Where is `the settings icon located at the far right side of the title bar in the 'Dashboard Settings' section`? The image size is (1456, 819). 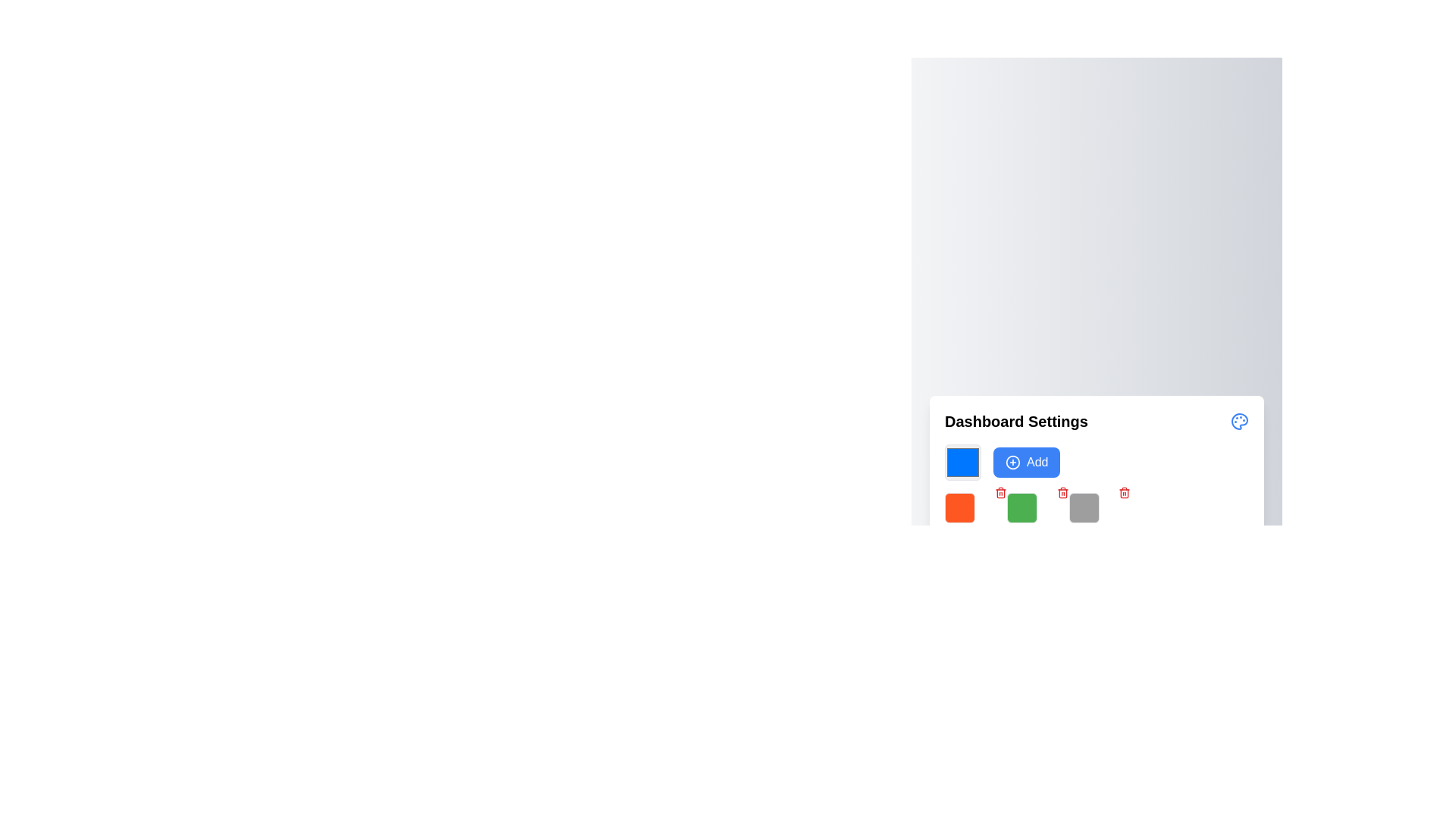
the settings icon located at the far right side of the title bar in the 'Dashboard Settings' section is located at coordinates (1240, 421).